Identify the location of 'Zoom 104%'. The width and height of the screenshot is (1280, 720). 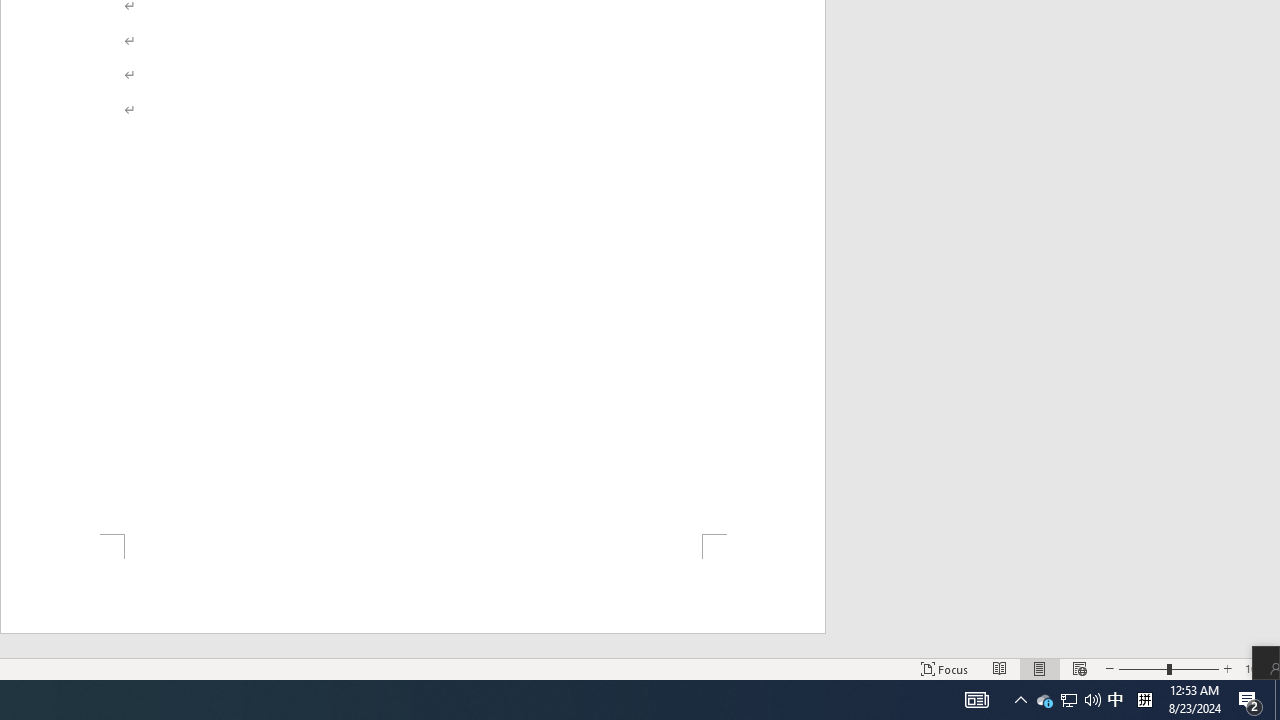
(1257, 669).